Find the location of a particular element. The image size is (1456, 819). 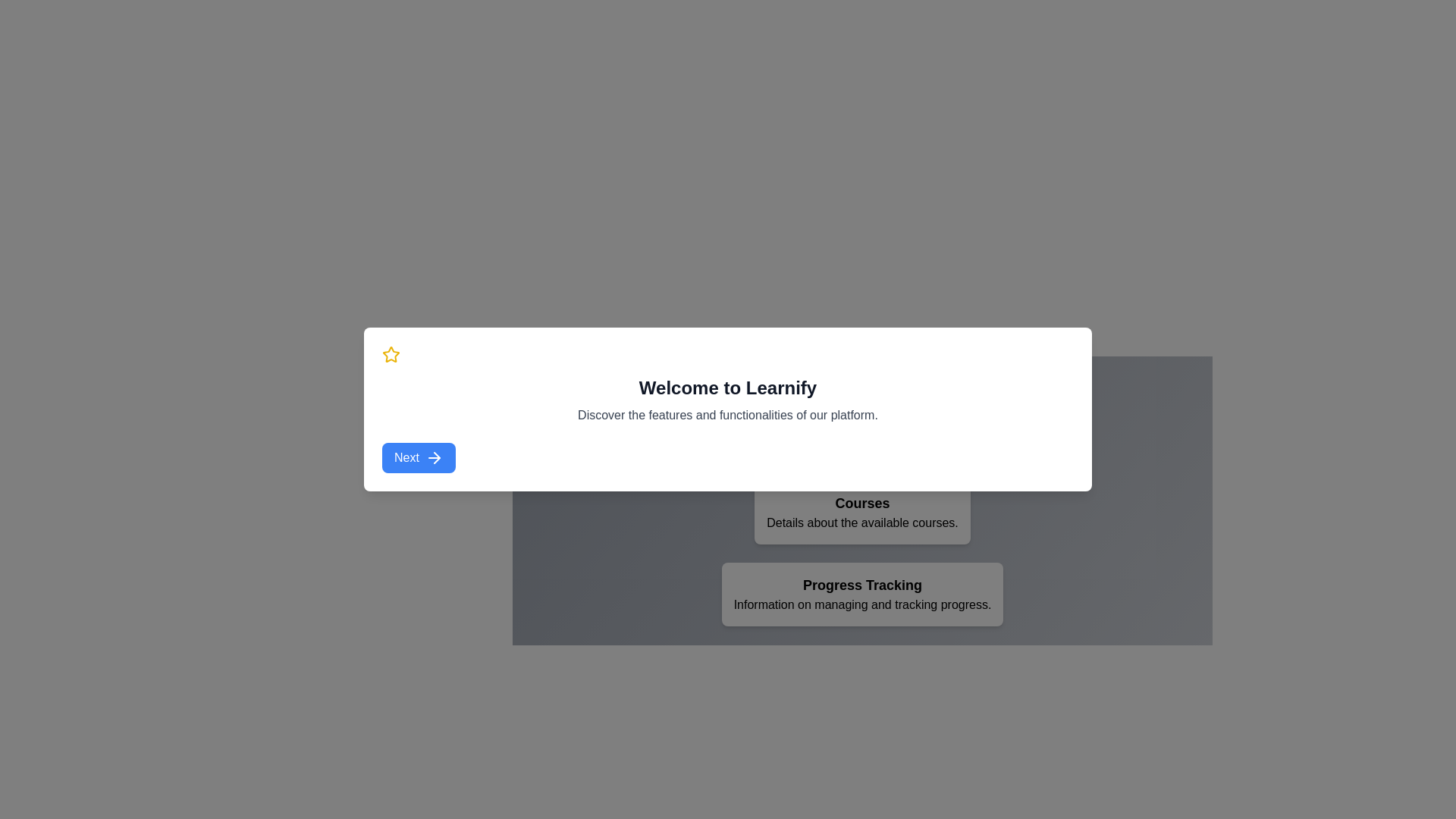

the heading label for the progress tracking section, which is located at the top of a rectangular card in the bottom section of the visible content area is located at coordinates (862, 584).